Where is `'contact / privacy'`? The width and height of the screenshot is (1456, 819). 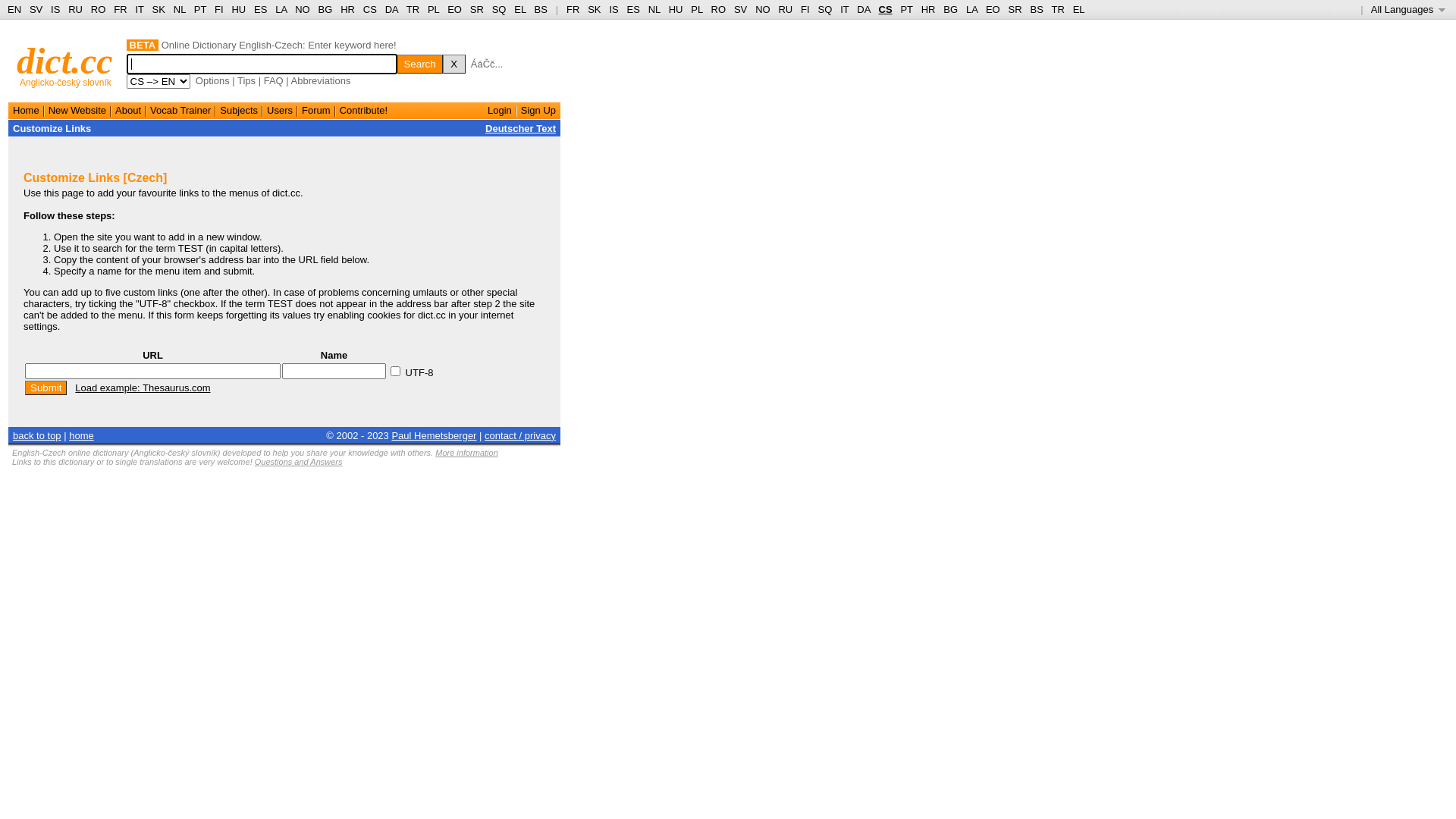 'contact / privacy' is located at coordinates (520, 435).